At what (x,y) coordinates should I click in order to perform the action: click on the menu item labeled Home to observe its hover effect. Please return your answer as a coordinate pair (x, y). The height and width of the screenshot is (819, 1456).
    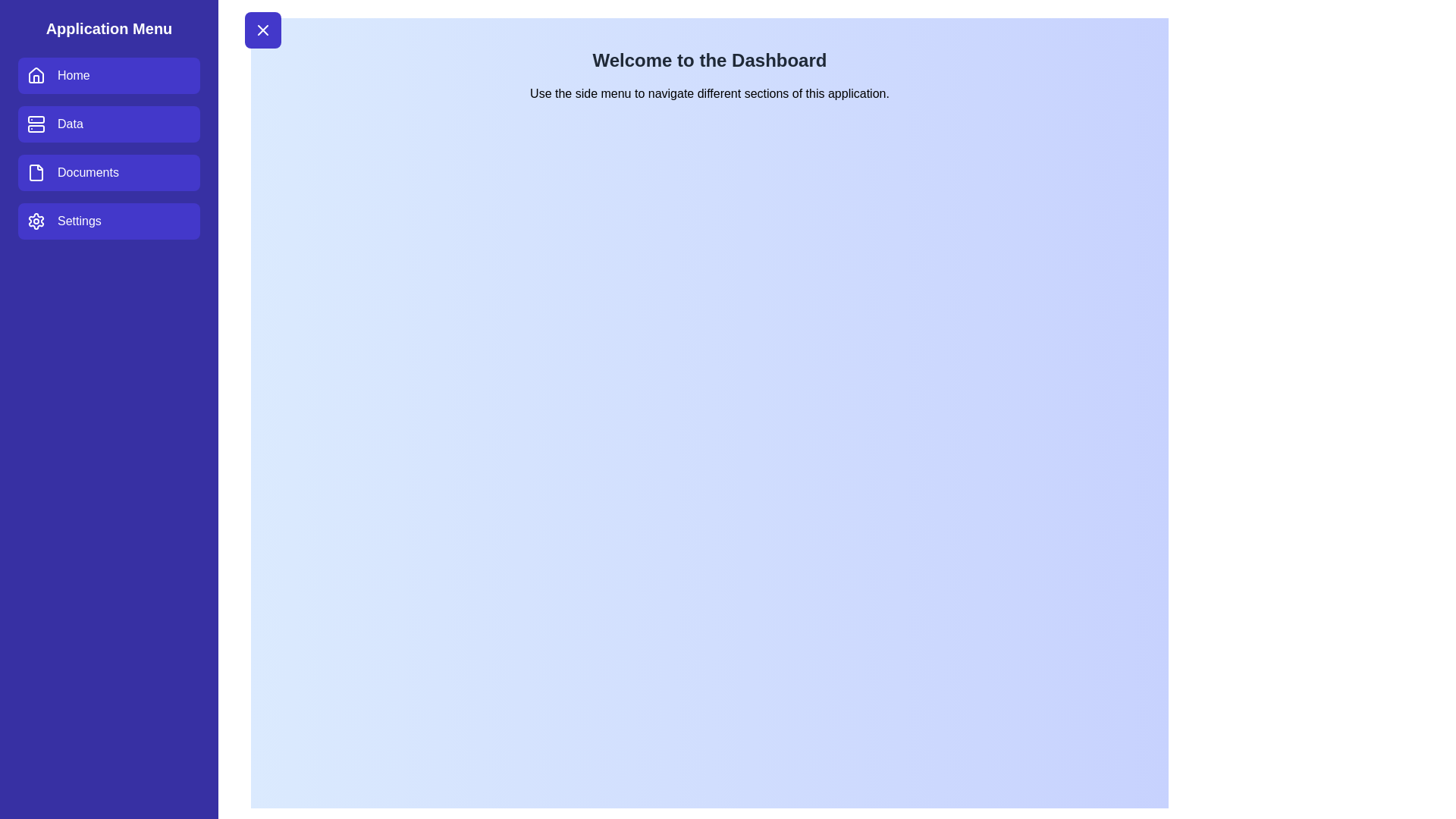
    Looking at the image, I should click on (108, 76).